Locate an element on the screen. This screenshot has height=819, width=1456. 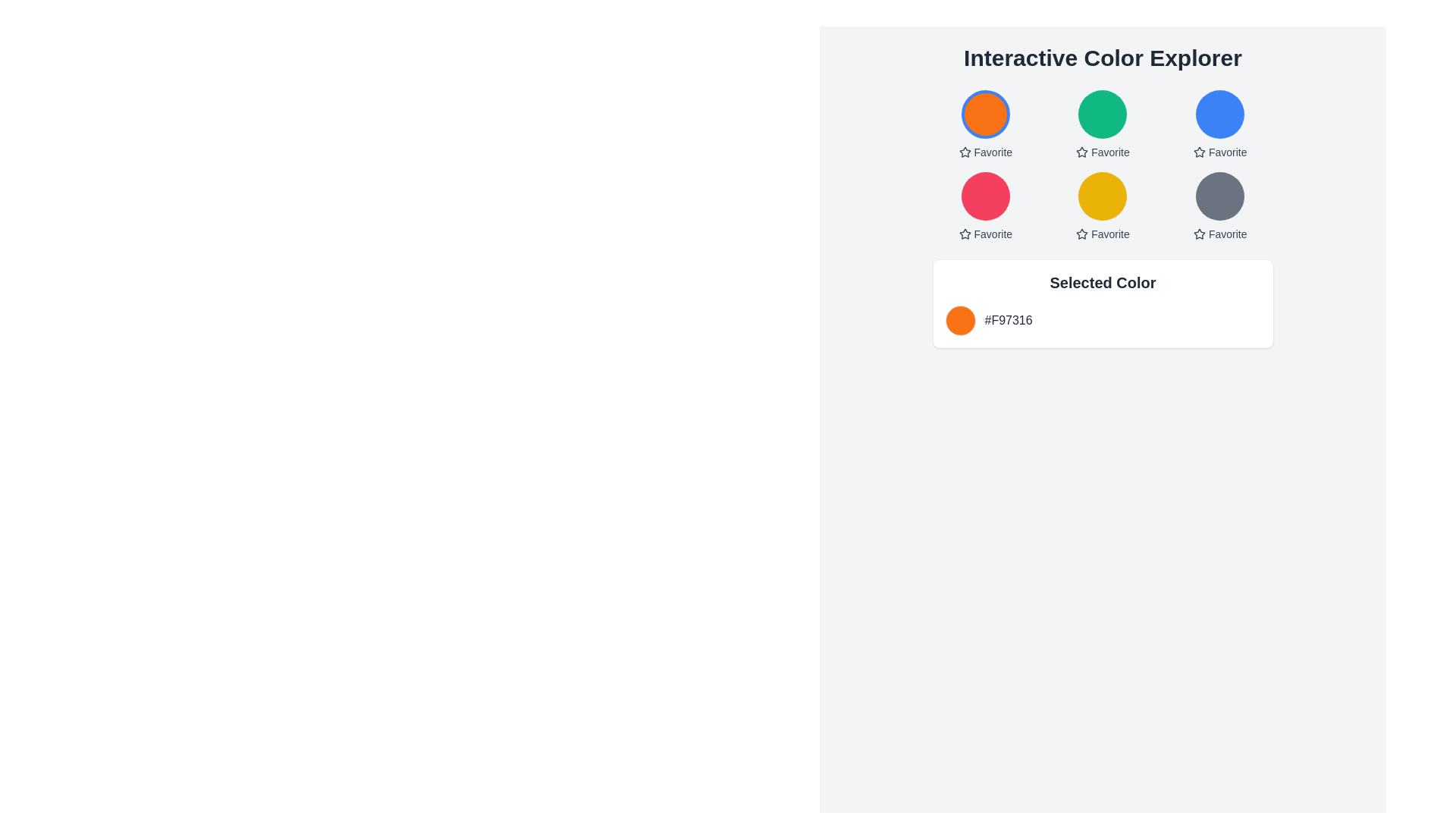
the star icon located at the top of the list of 'Favorite' indicators to mark it as favorite is located at coordinates (964, 152).